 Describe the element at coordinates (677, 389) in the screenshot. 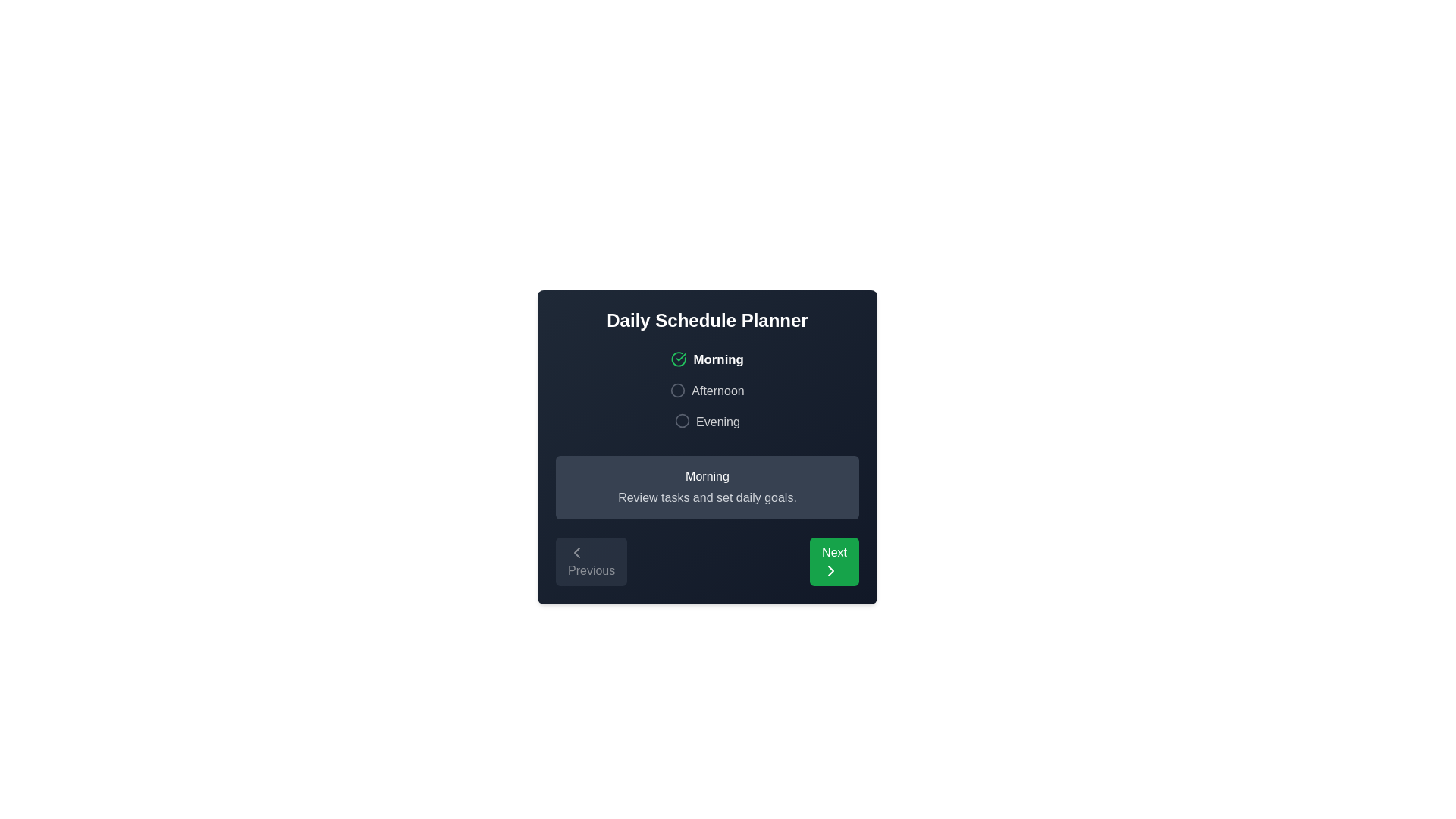

I see `the radio button indicating the 'Afternoon' option for keyboard navigation in the Daily Schedule Planner interface` at that location.